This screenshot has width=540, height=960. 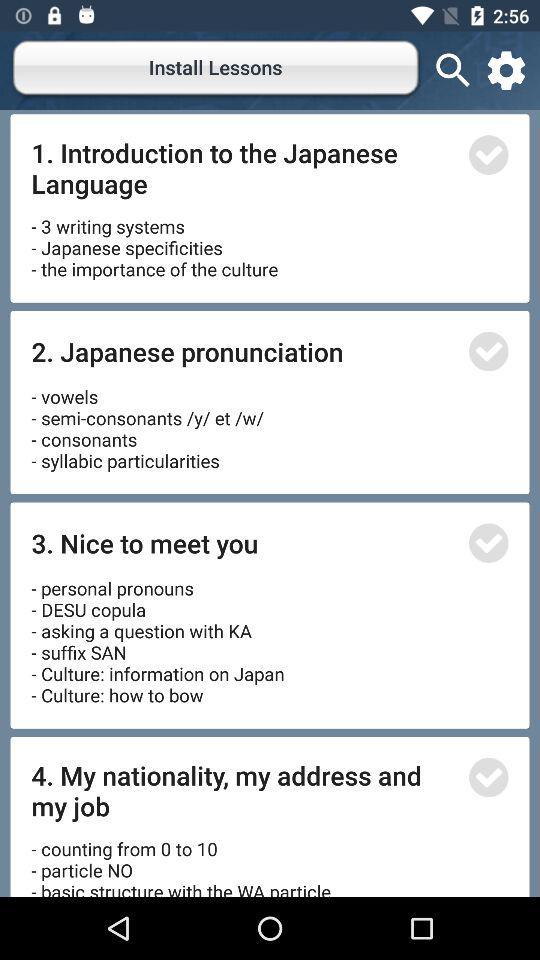 I want to click on 1 introduction to, so click(x=243, y=167).